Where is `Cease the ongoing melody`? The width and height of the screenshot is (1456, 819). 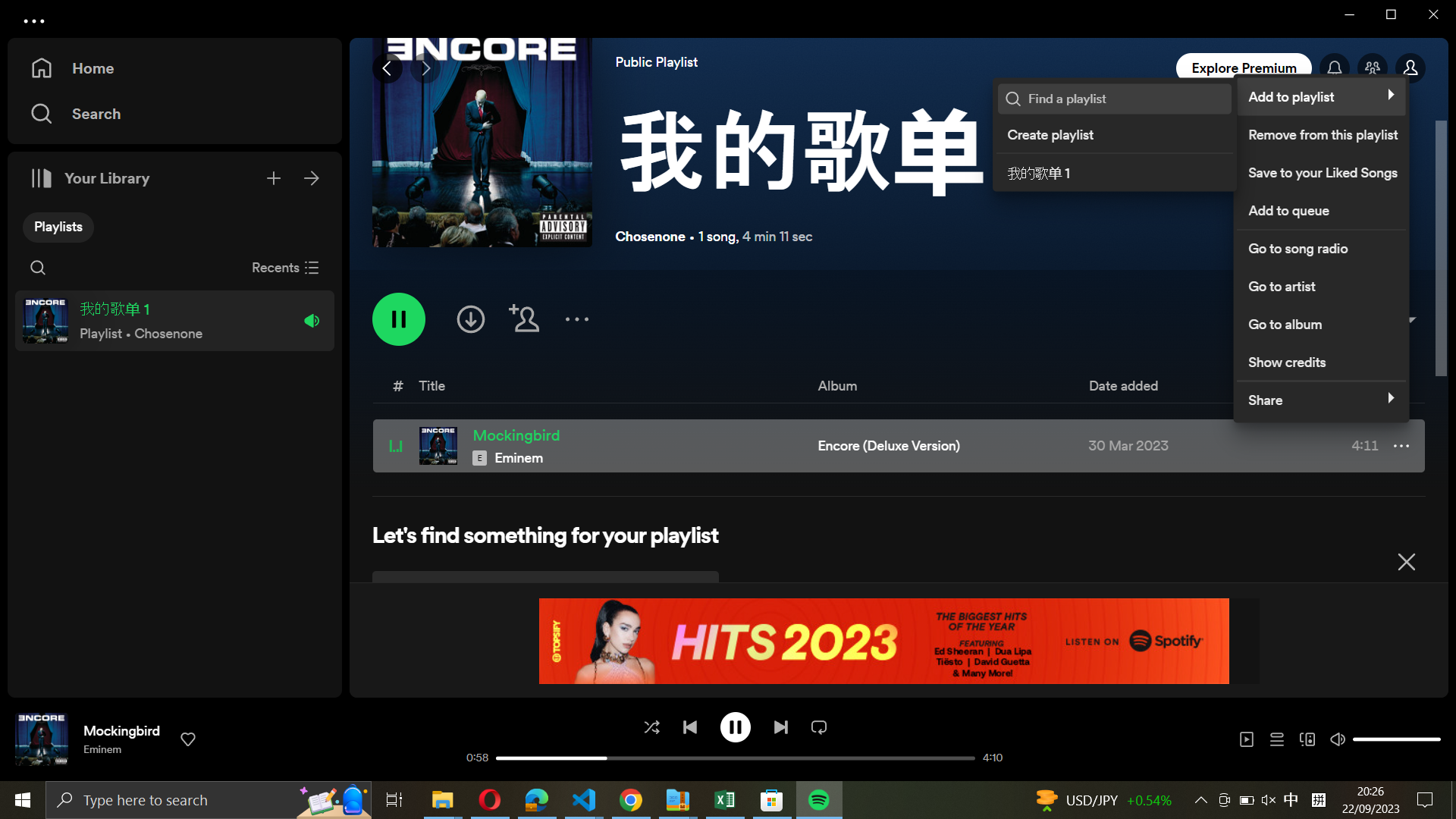
Cease the ongoing melody is located at coordinates (736, 725).